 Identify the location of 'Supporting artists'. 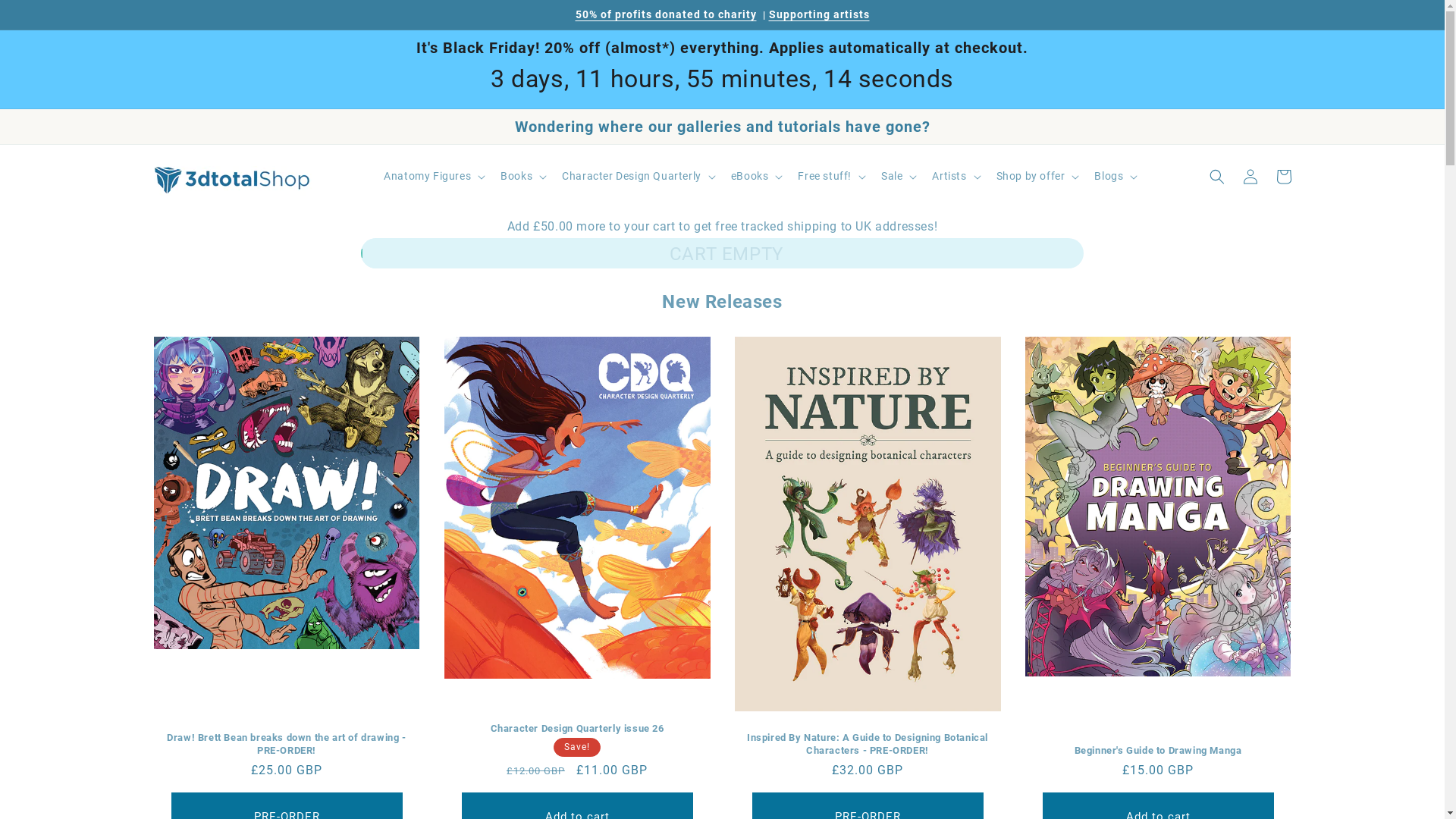
(768, 14).